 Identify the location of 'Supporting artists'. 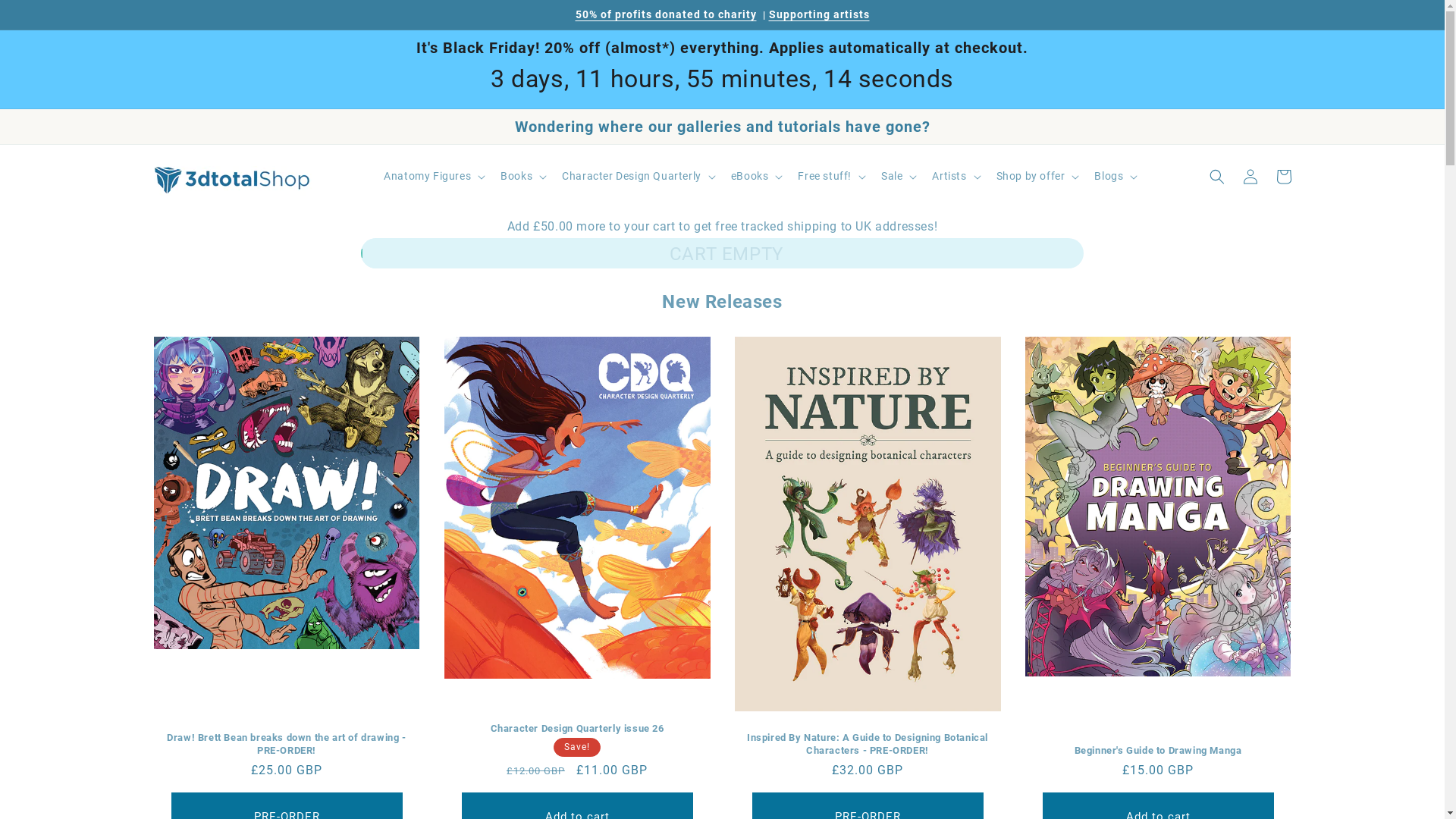
(768, 14).